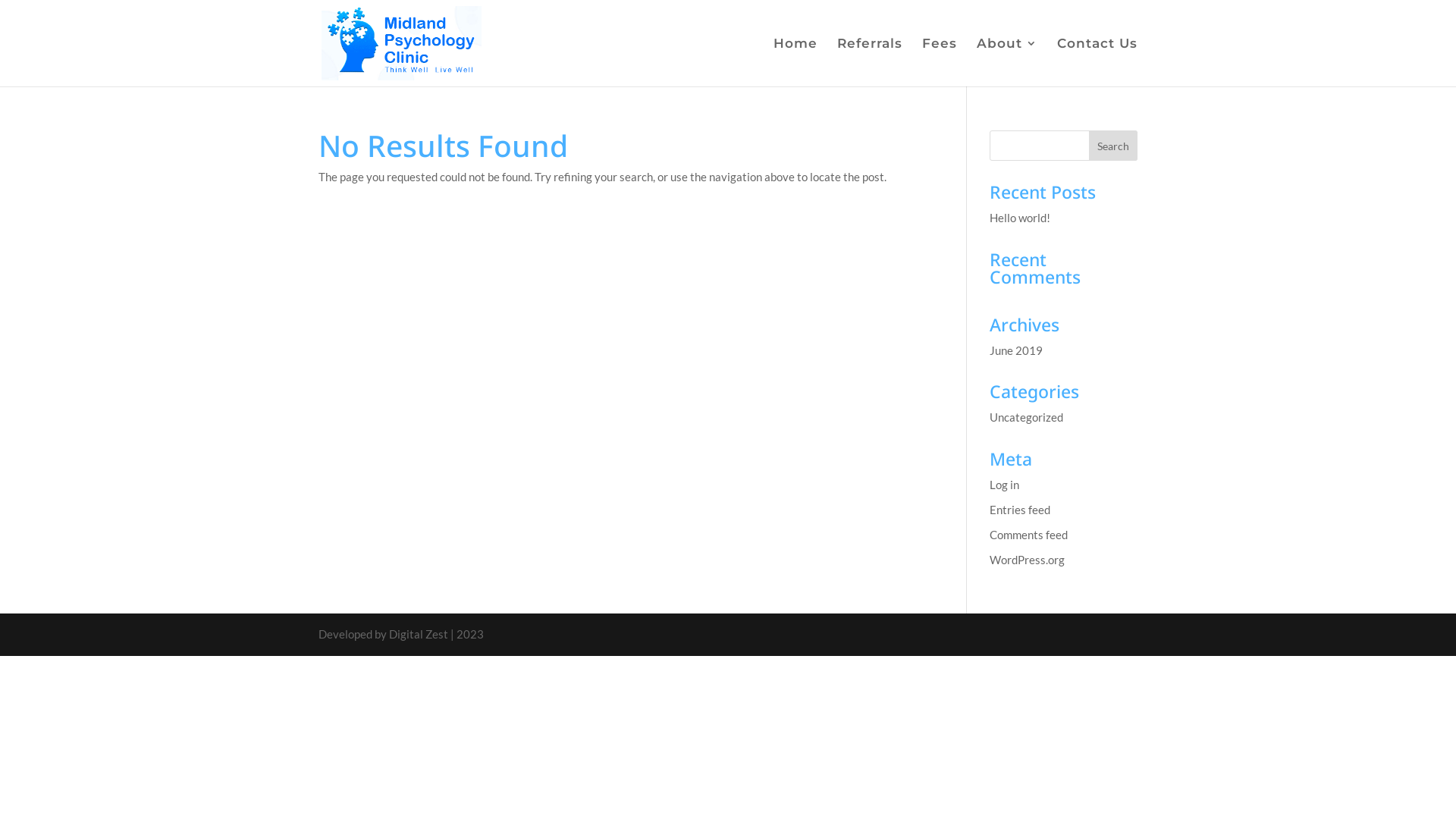 Image resolution: width=1456 pixels, height=819 pixels. What do you see at coordinates (870, 61) in the screenshot?
I see `'Referrals'` at bounding box center [870, 61].